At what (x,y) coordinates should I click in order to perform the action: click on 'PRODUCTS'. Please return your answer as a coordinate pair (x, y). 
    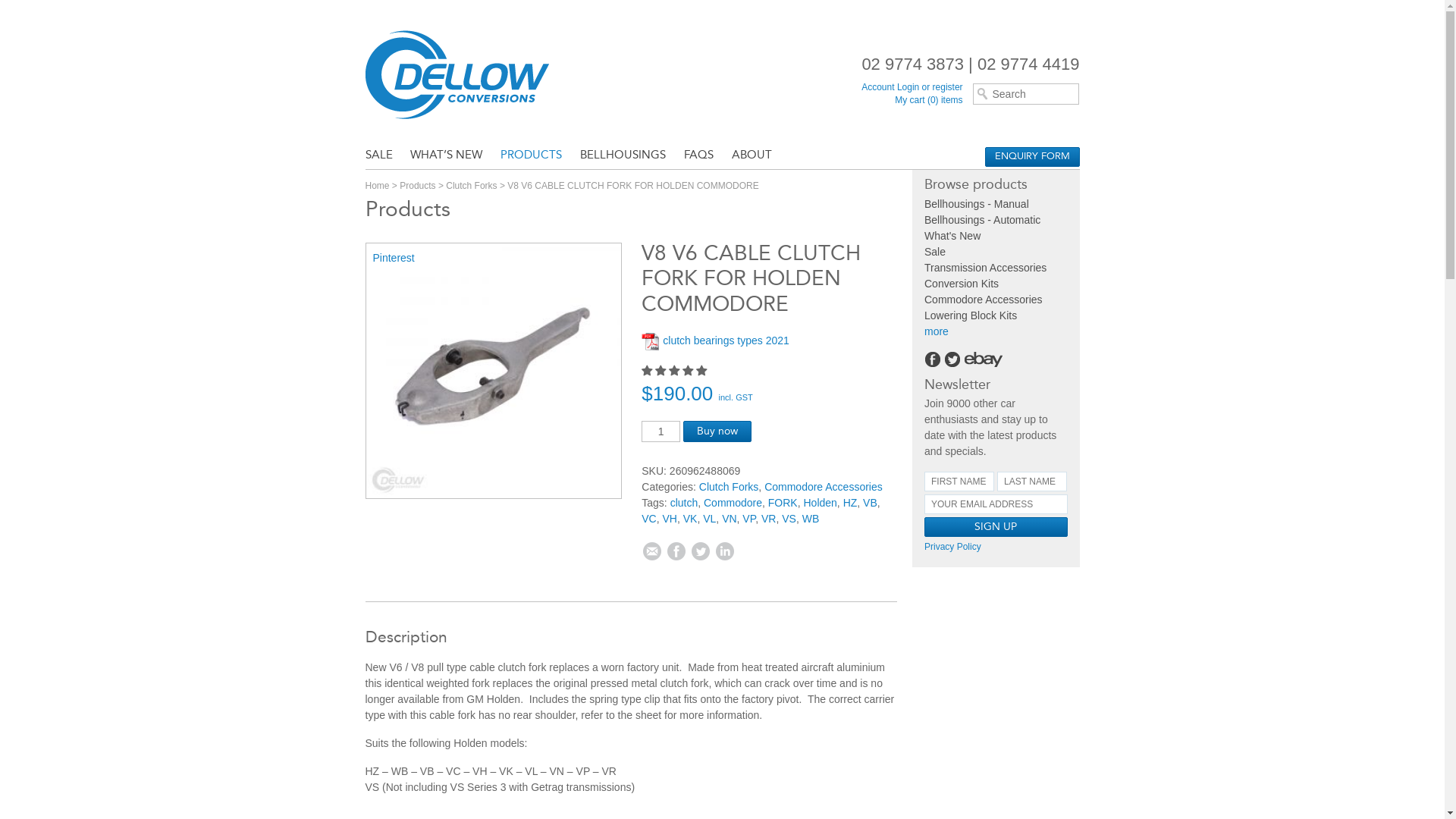
    Looking at the image, I should click on (531, 155).